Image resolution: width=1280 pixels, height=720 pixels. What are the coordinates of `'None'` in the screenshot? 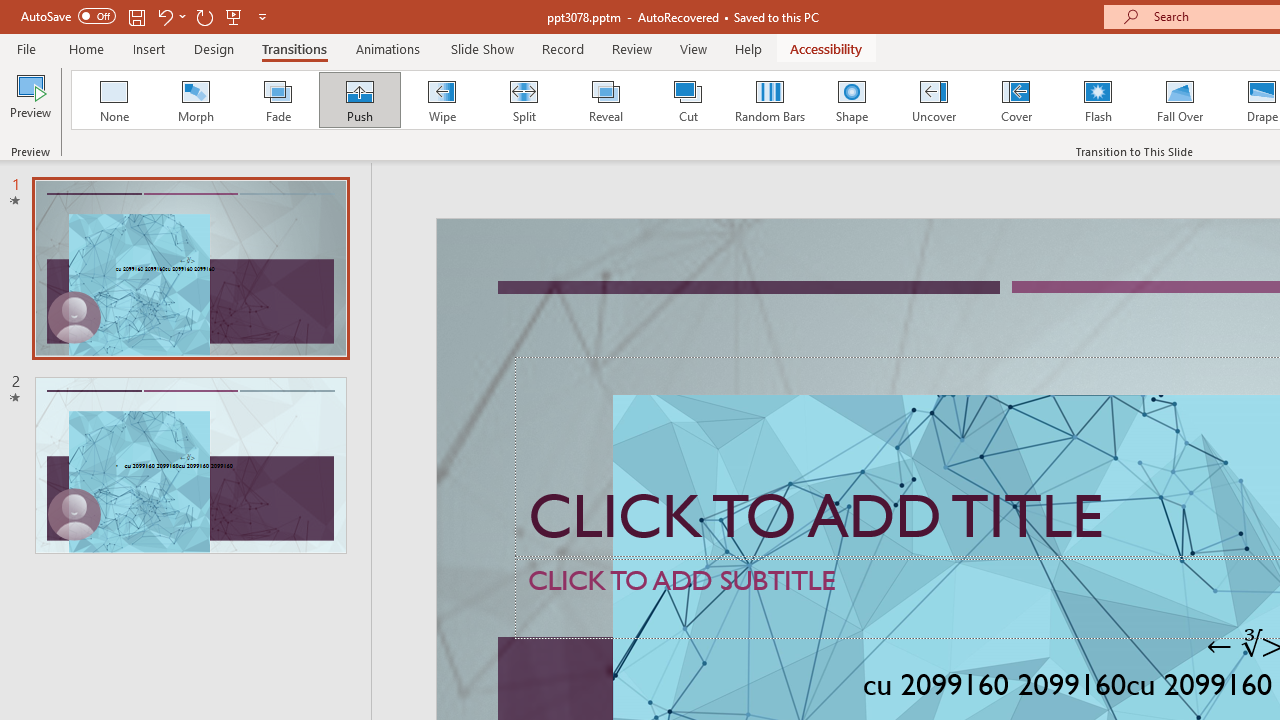 It's located at (112, 100).